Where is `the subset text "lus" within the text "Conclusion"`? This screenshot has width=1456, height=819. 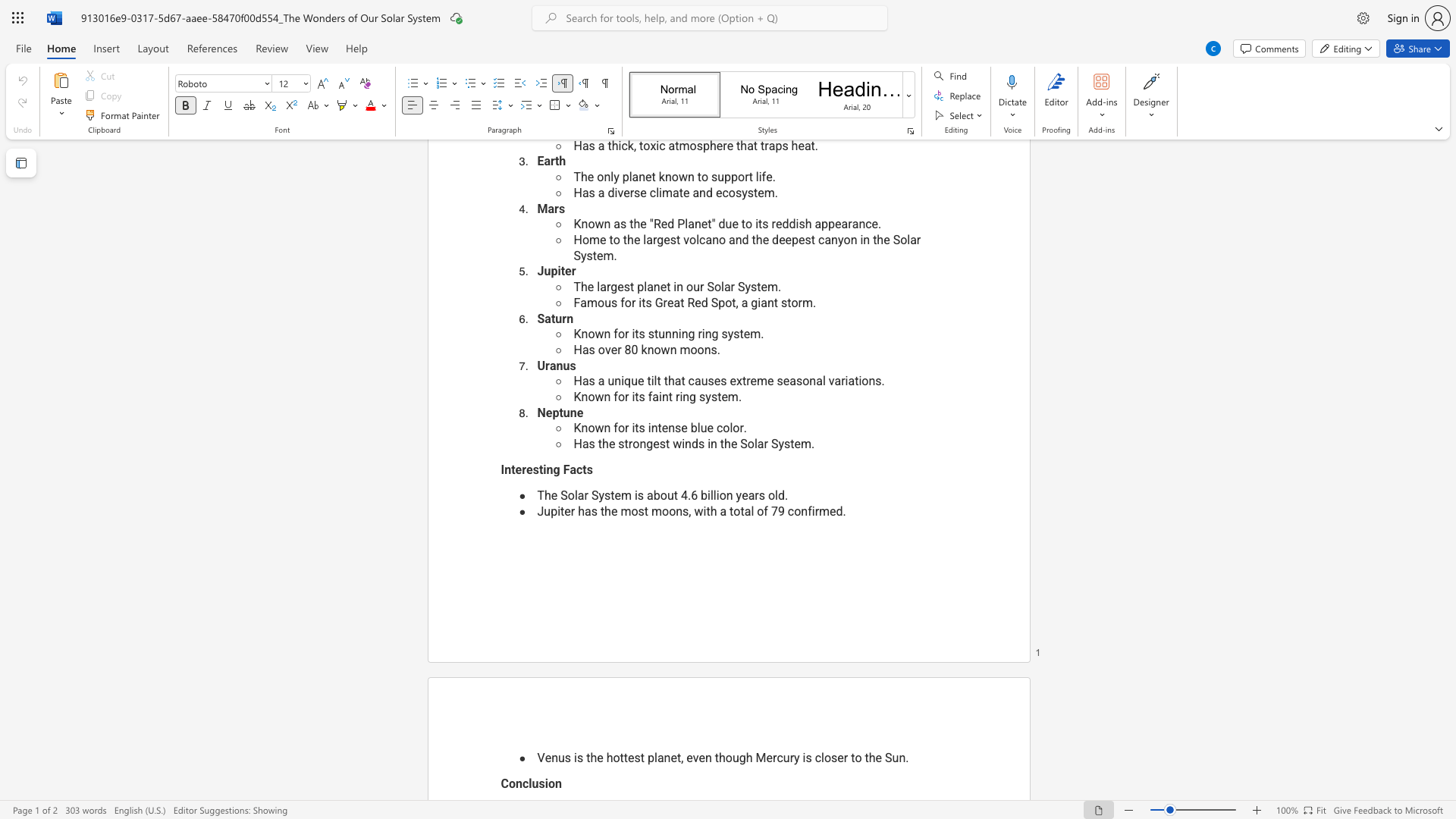 the subset text "lus" within the text "Conclusion" is located at coordinates (529, 783).